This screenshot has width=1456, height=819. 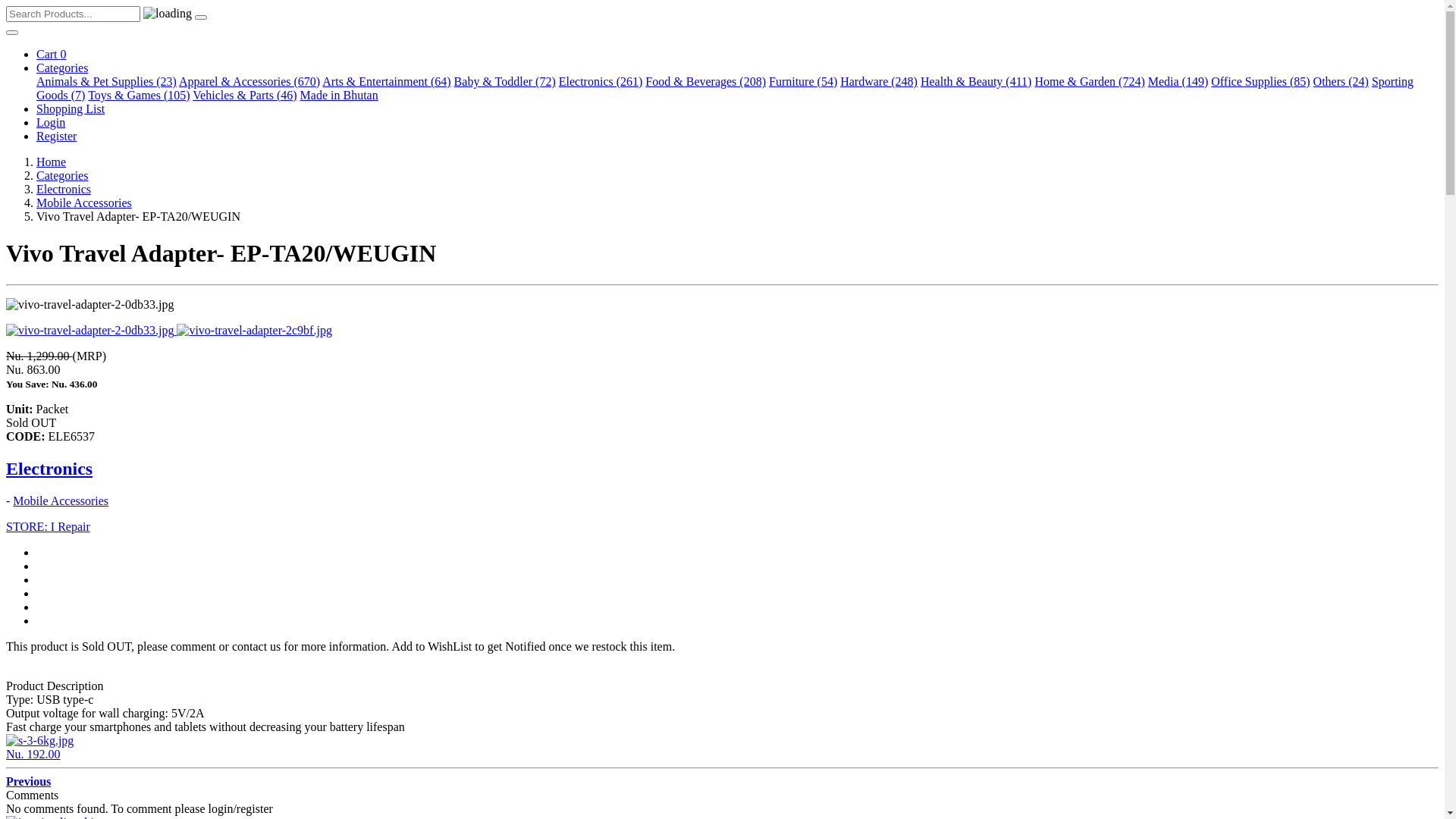 I want to click on 'Others (24)', so click(x=1341, y=81).